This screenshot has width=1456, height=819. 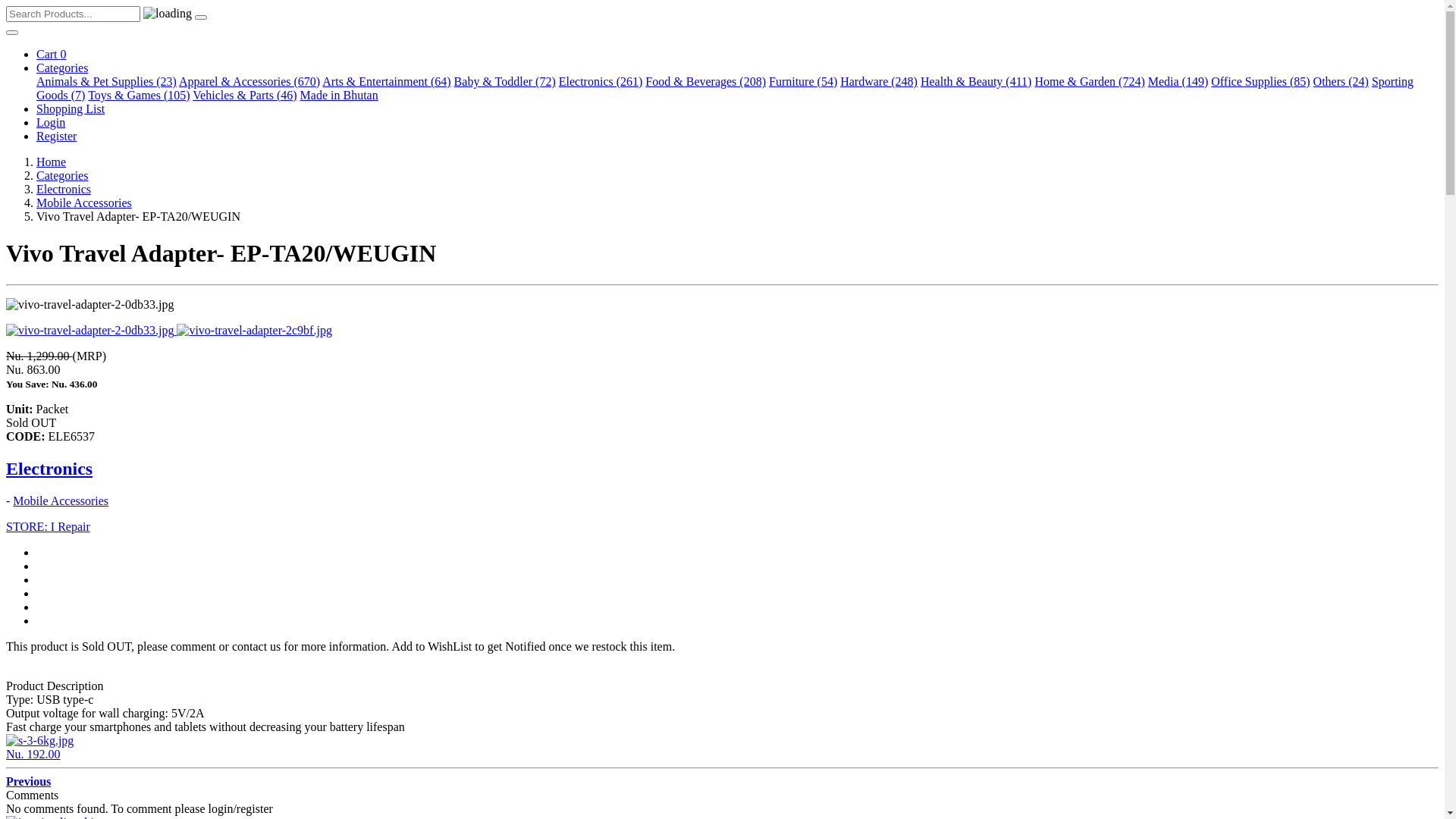 I want to click on 'Others (24)', so click(x=1341, y=81).